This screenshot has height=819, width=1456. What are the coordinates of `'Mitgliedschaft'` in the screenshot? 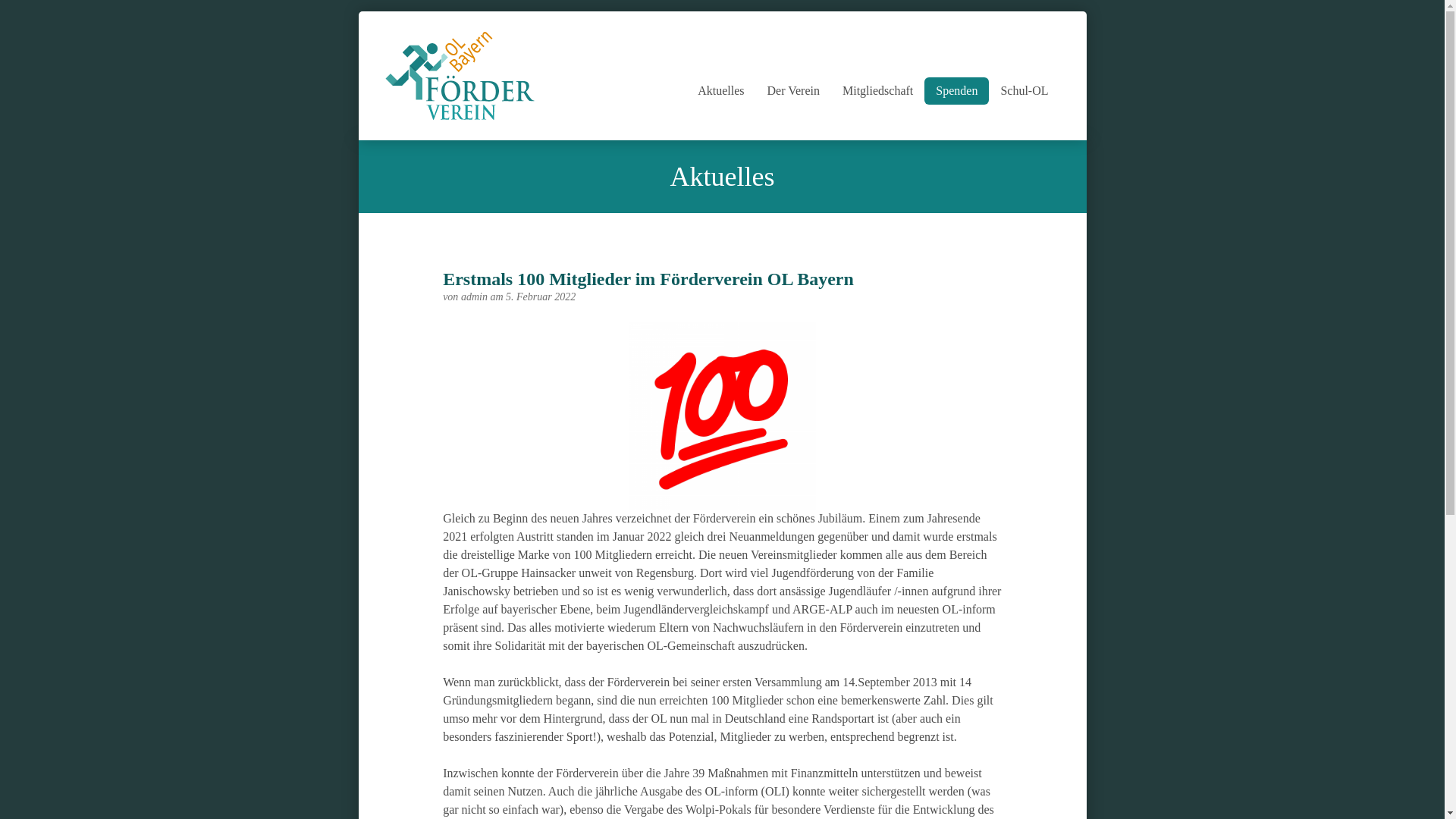 It's located at (877, 90).